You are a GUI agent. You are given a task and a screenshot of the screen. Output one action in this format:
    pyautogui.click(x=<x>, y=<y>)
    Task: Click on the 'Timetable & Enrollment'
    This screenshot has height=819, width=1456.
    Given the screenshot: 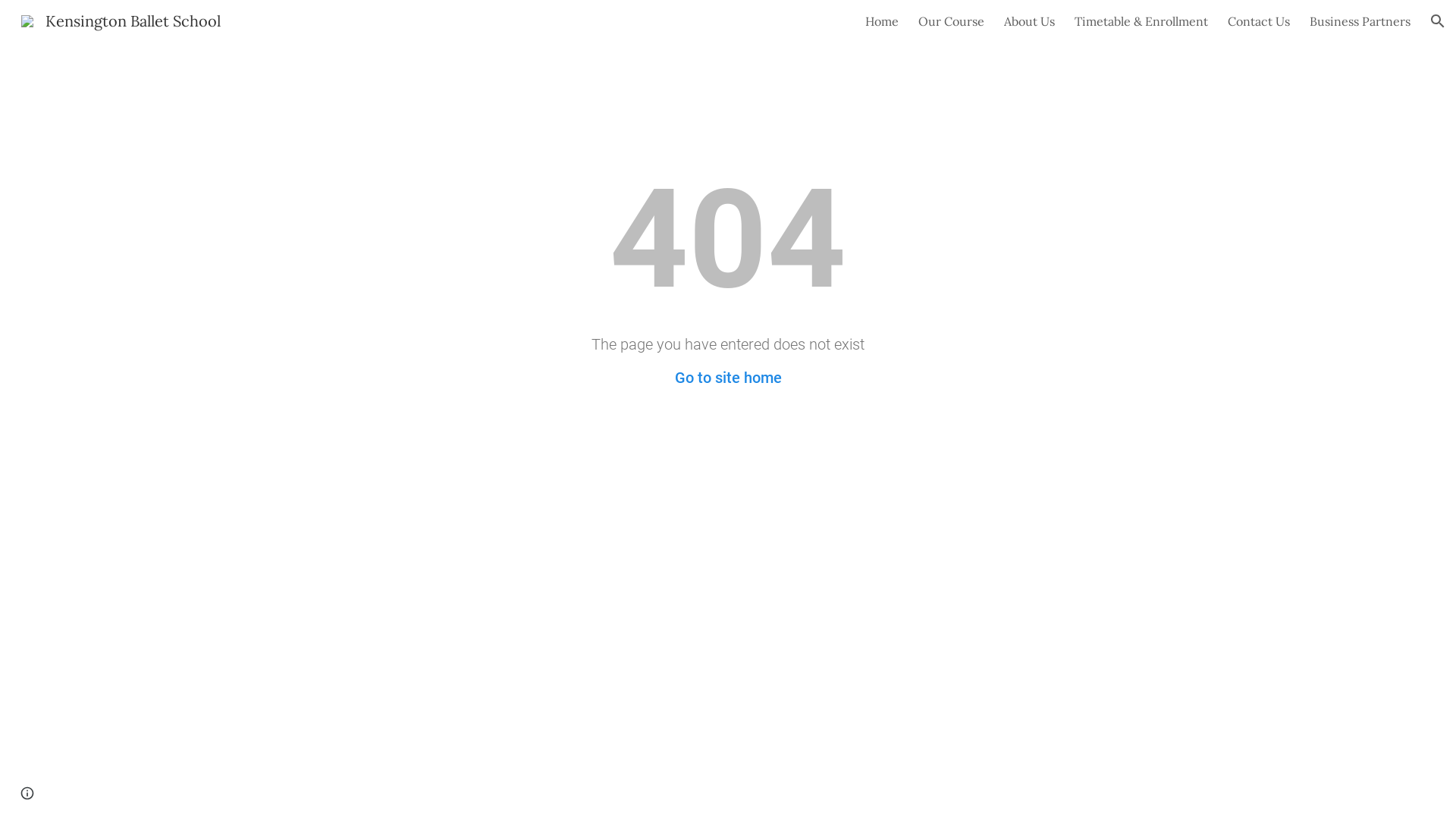 What is the action you would take?
    pyautogui.click(x=1141, y=20)
    